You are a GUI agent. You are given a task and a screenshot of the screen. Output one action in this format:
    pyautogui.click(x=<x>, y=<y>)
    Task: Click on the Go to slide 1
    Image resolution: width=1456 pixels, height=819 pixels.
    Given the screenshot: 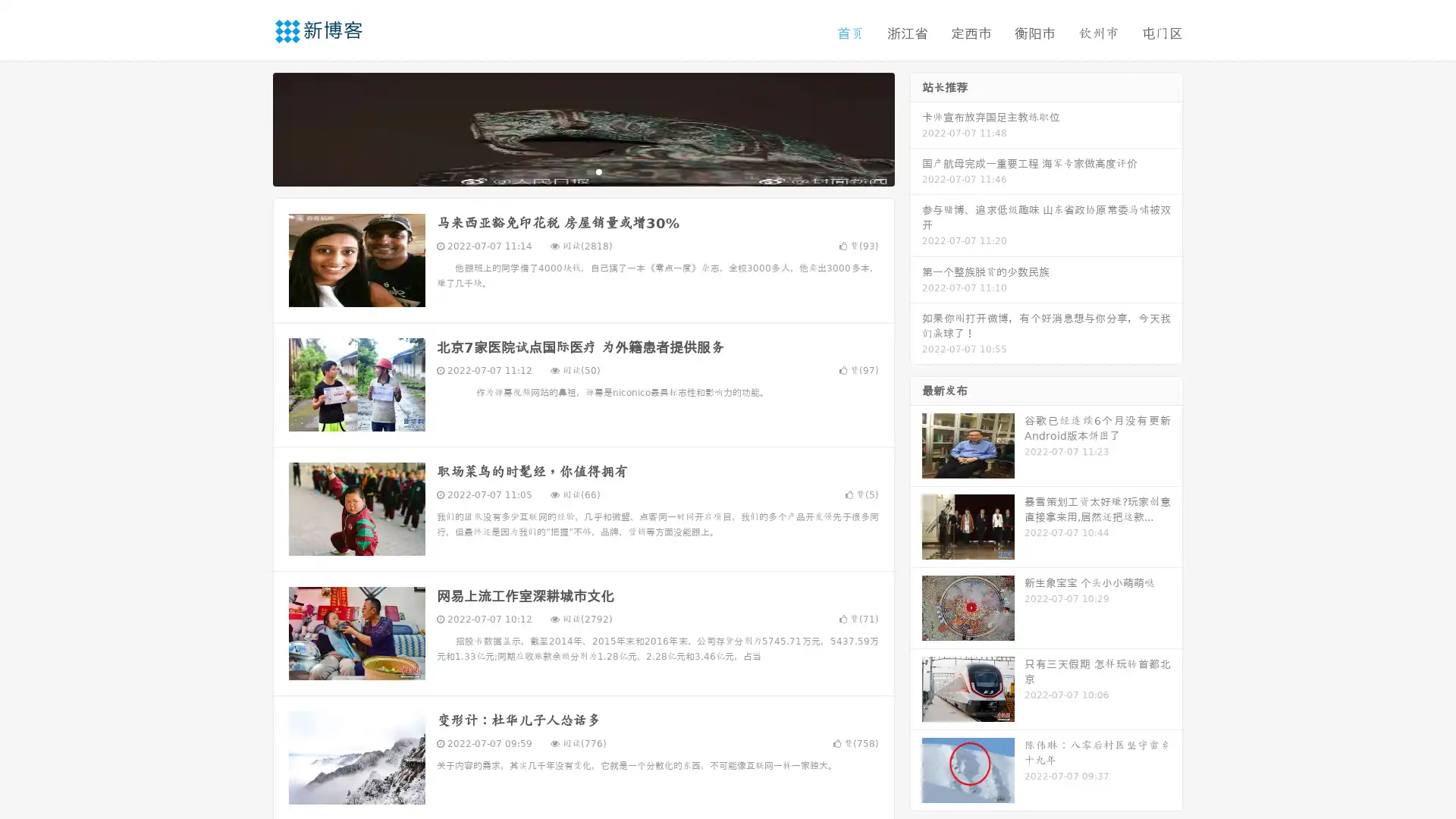 What is the action you would take?
    pyautogui.click(x=567, y=171)
    